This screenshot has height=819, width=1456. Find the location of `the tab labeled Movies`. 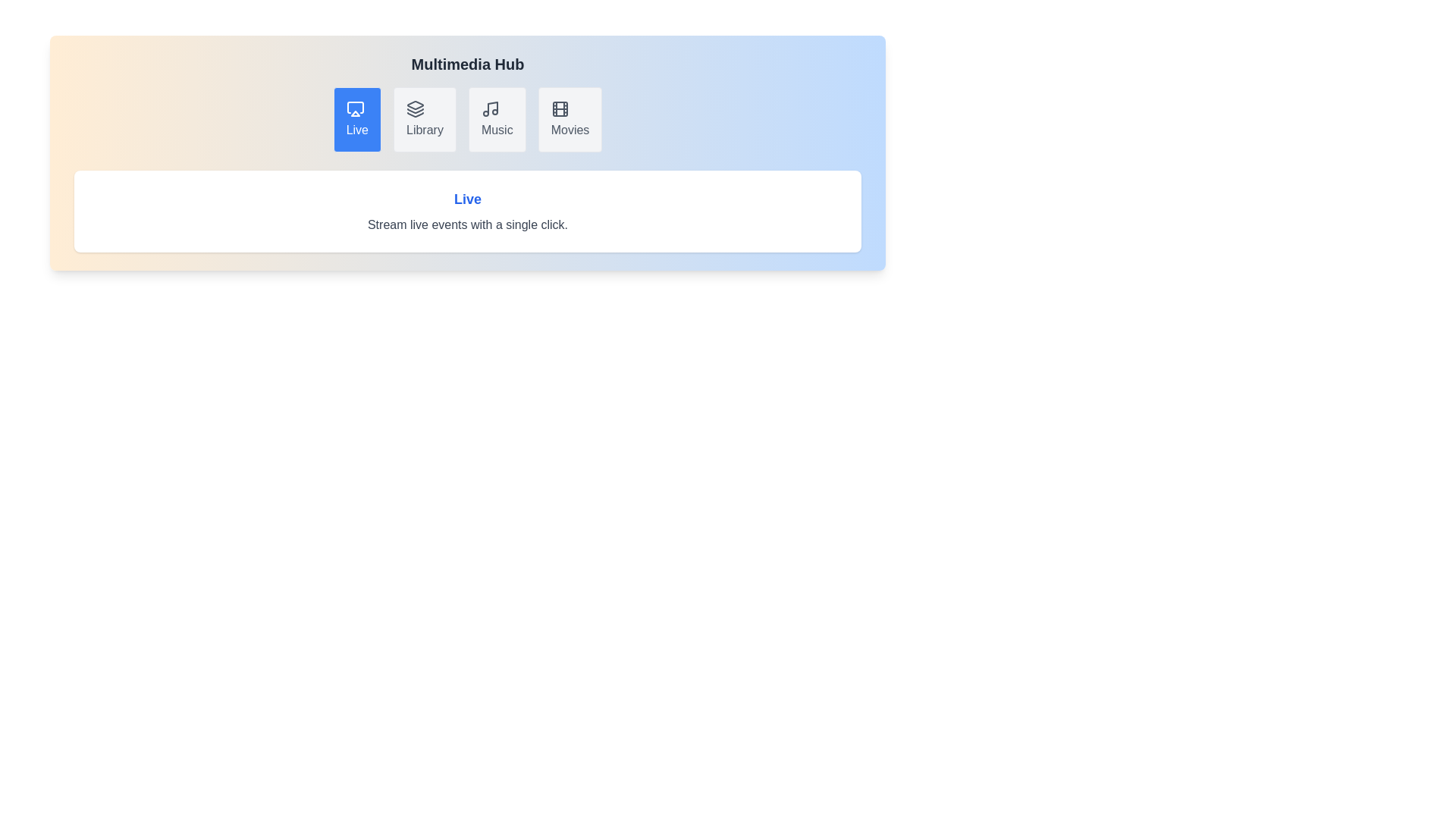

the tab labeled Movies is located at coordinates (570, 119).